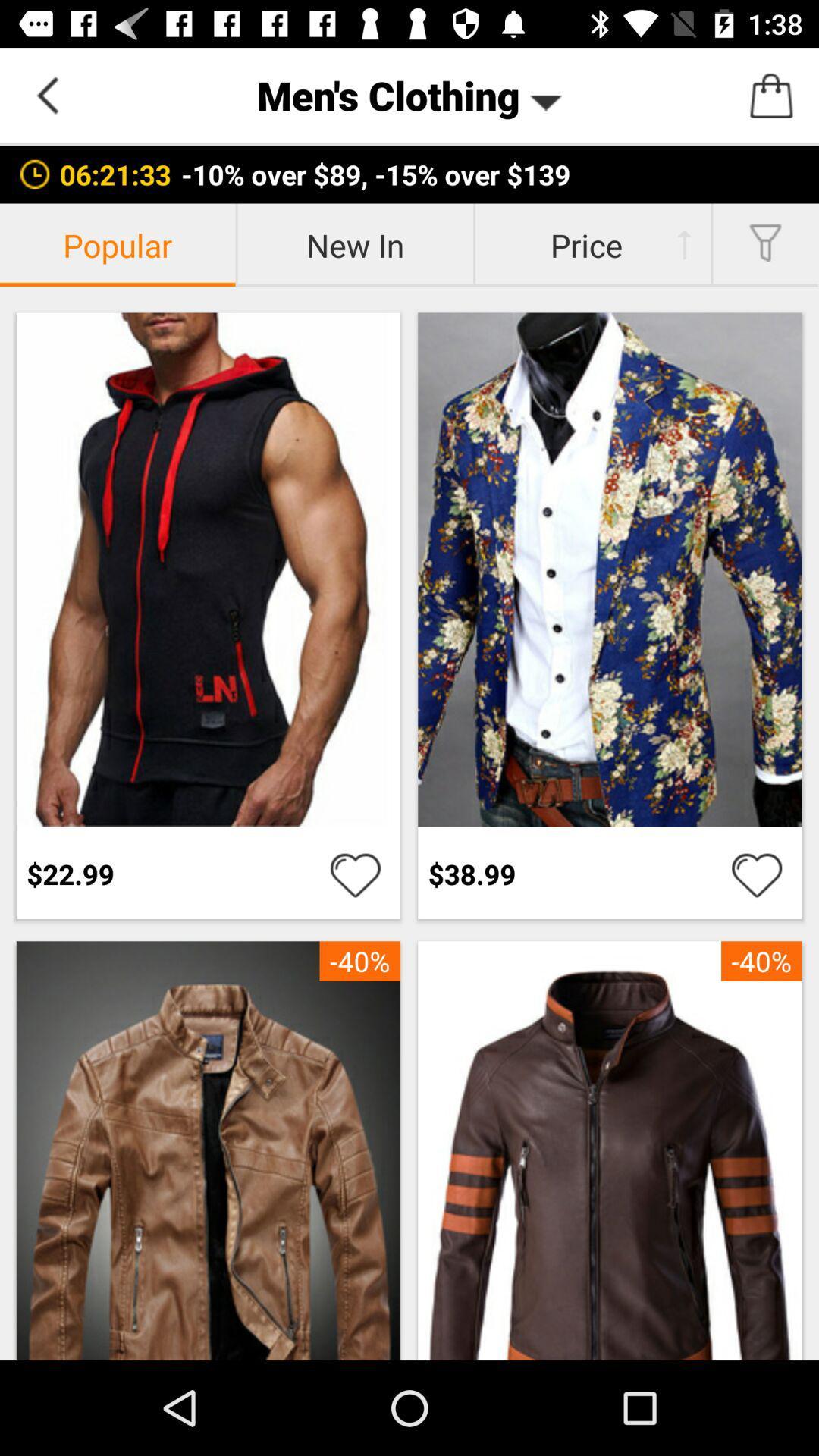 The image size is (819, 1456). Describe the element at coordinates (355, 874) in the screenshot. I see `this` at that location.